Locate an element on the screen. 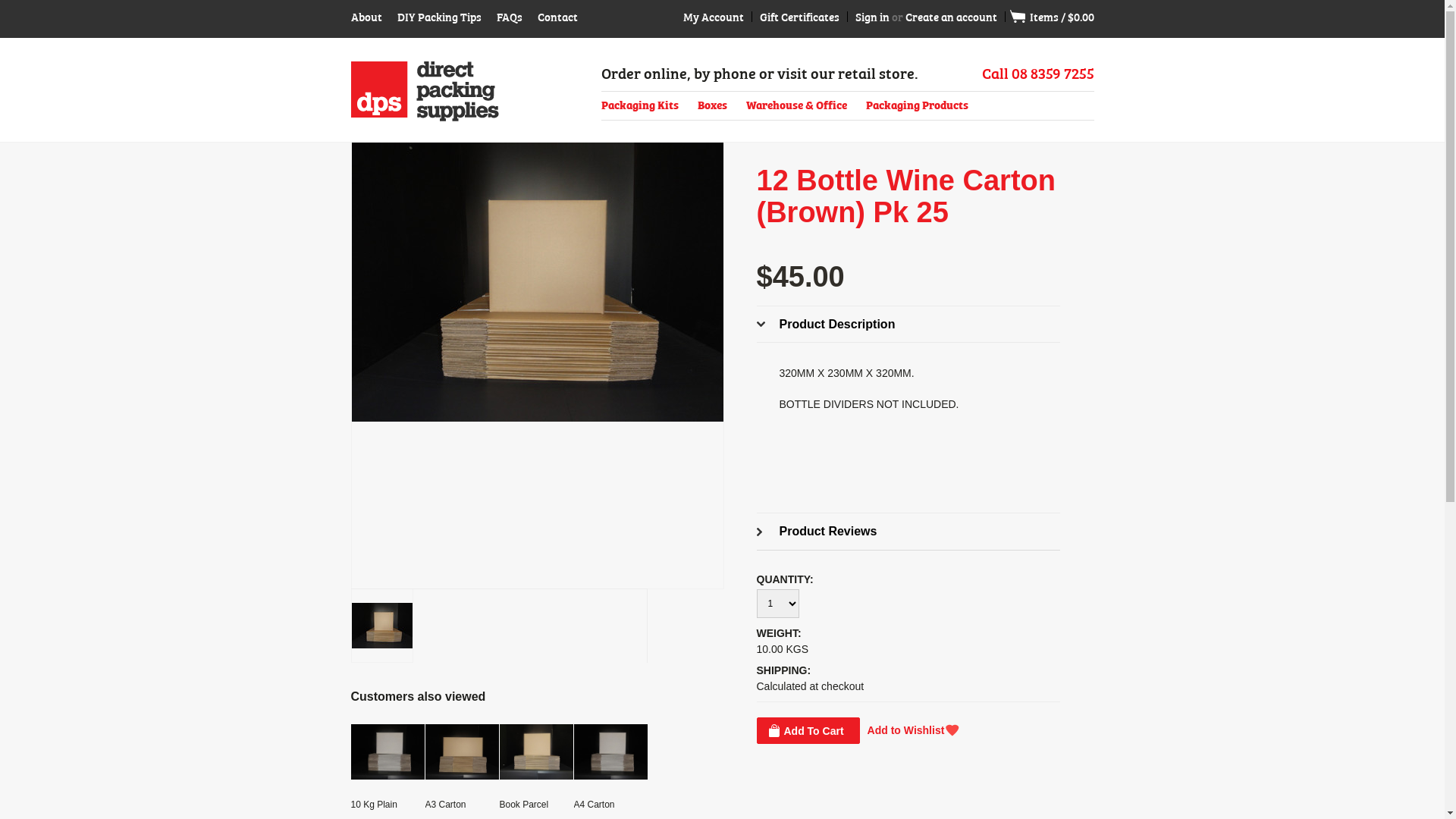 This screenshot has width=1456, height=819. 'Boxes' is located at coordinates (697, 103).